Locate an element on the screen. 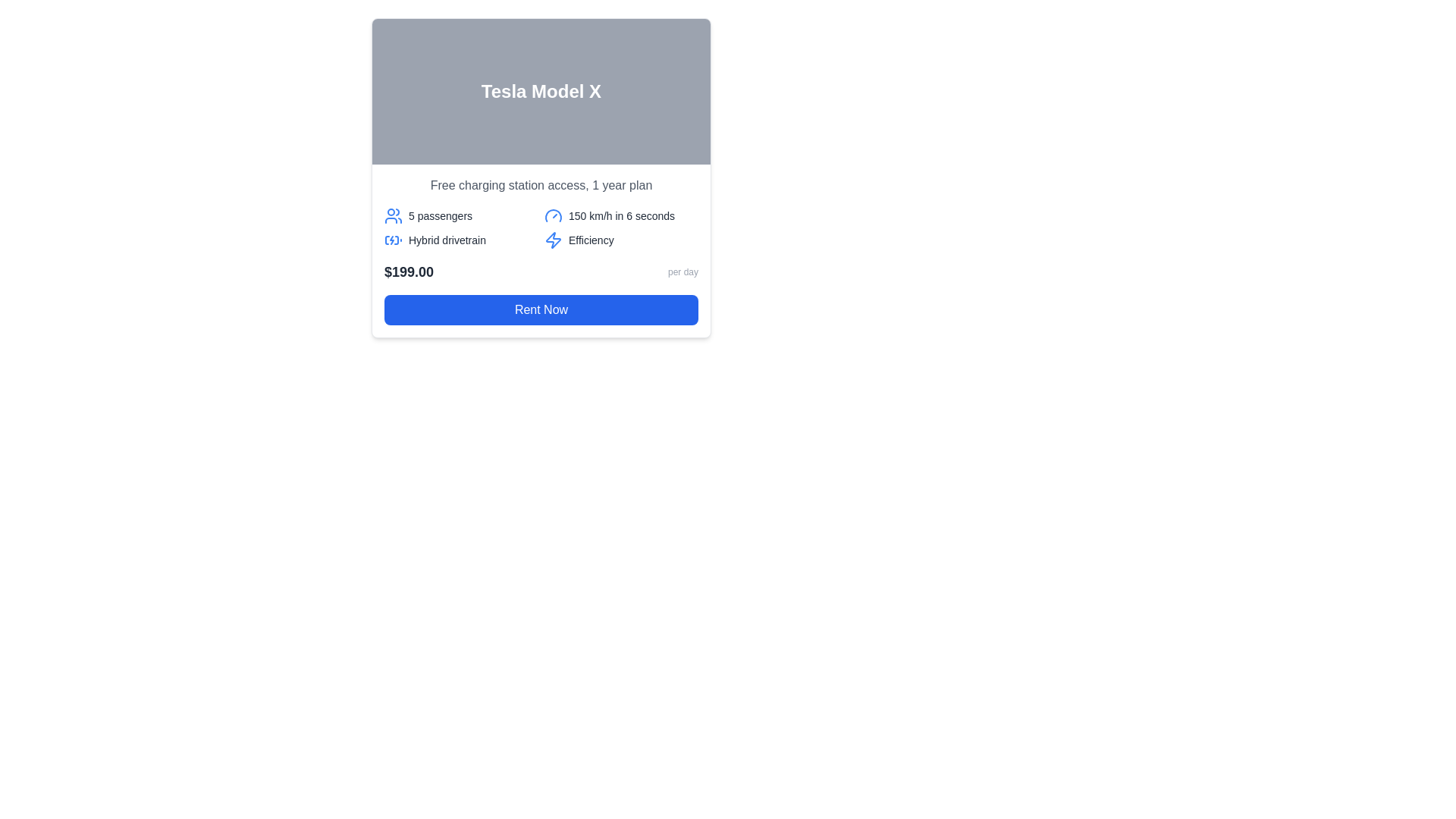 The height and width of the screenshot is (819, 1456). the text label displaying 'Efficiency' in gray color located towards the bottom right of the card layout, adjacent to the efficiency icon is located at coordinates (590, 239).